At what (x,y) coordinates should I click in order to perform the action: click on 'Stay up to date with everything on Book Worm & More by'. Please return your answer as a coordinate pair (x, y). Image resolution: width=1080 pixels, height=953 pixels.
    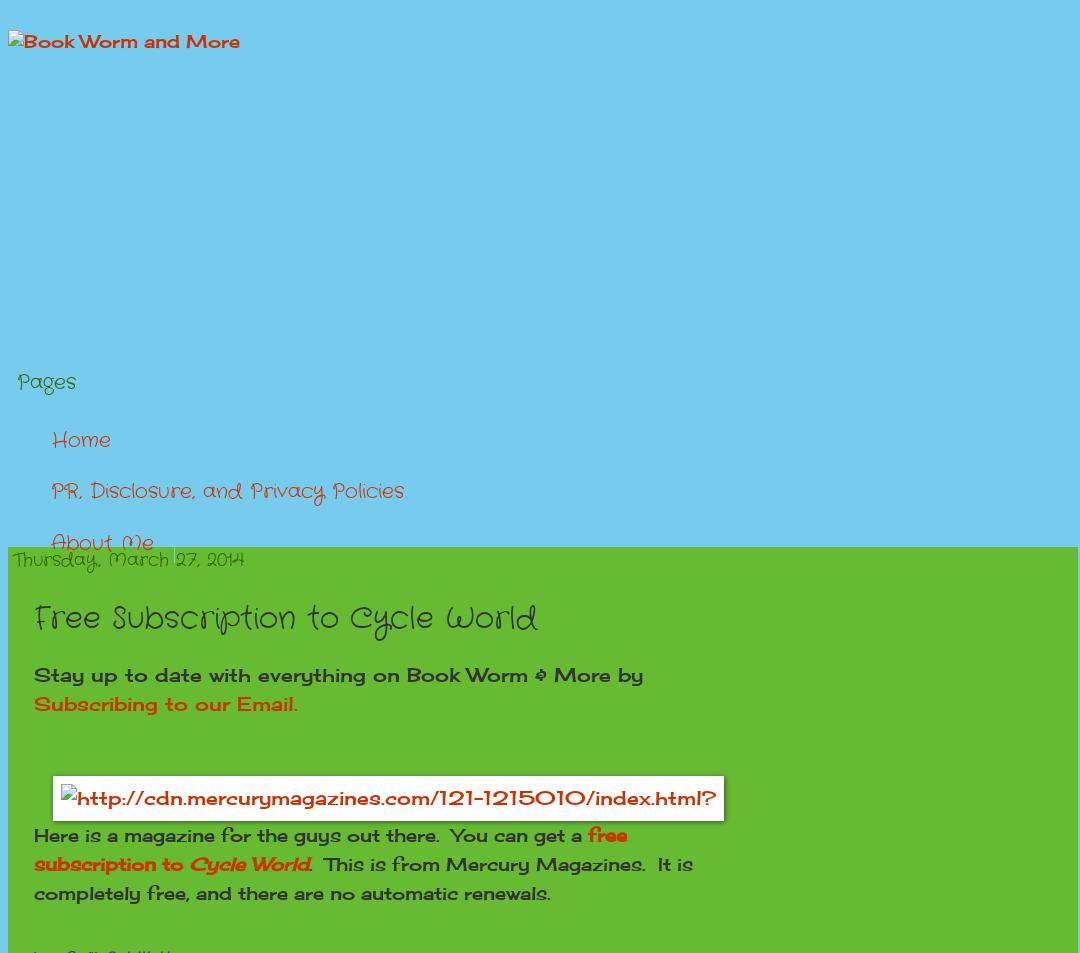
    Looking at the image, I should click on (337, 673).